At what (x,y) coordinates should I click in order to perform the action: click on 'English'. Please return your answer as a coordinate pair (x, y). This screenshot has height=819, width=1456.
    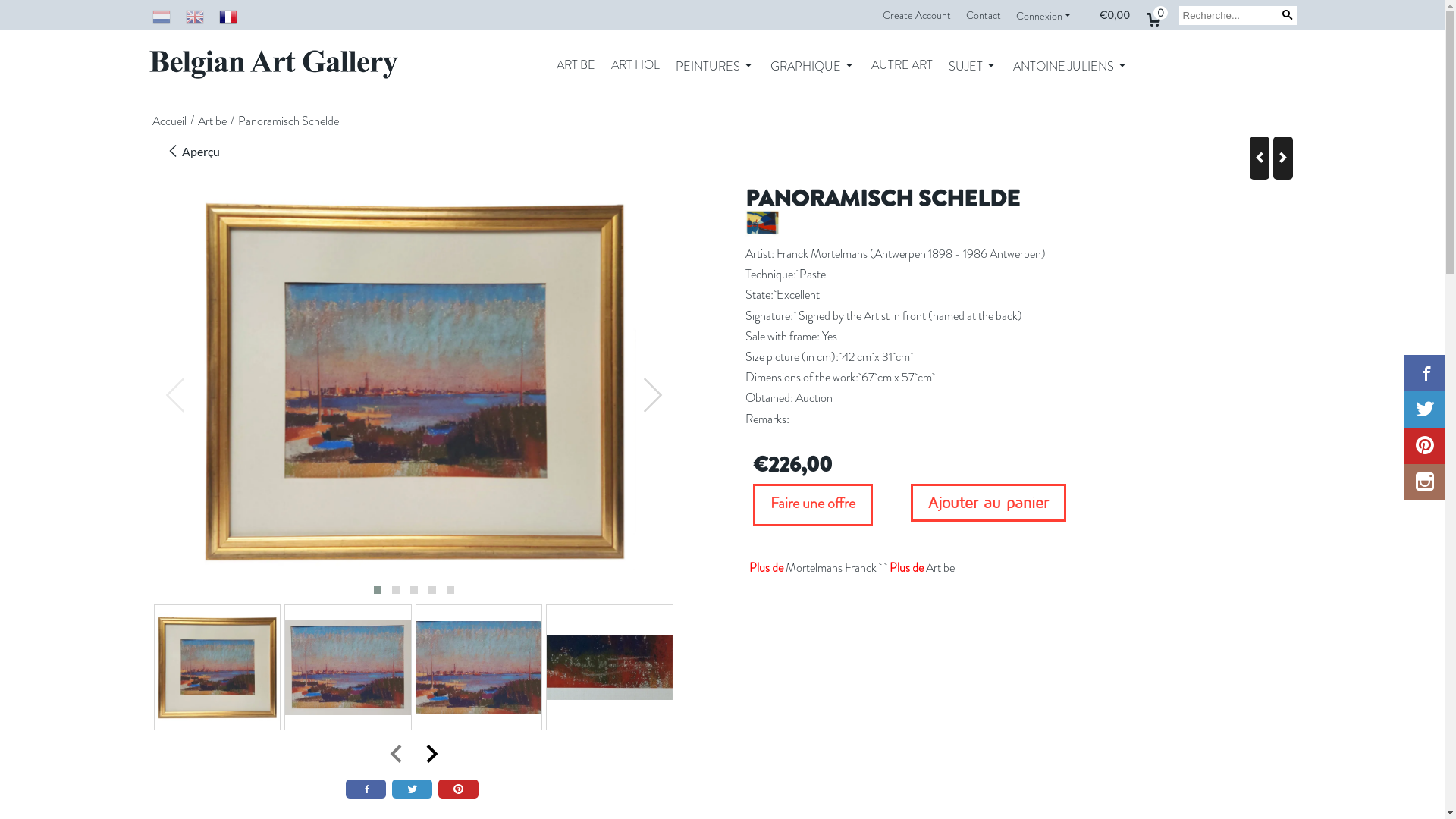
    Looking at the image, I should click on (193, 14).